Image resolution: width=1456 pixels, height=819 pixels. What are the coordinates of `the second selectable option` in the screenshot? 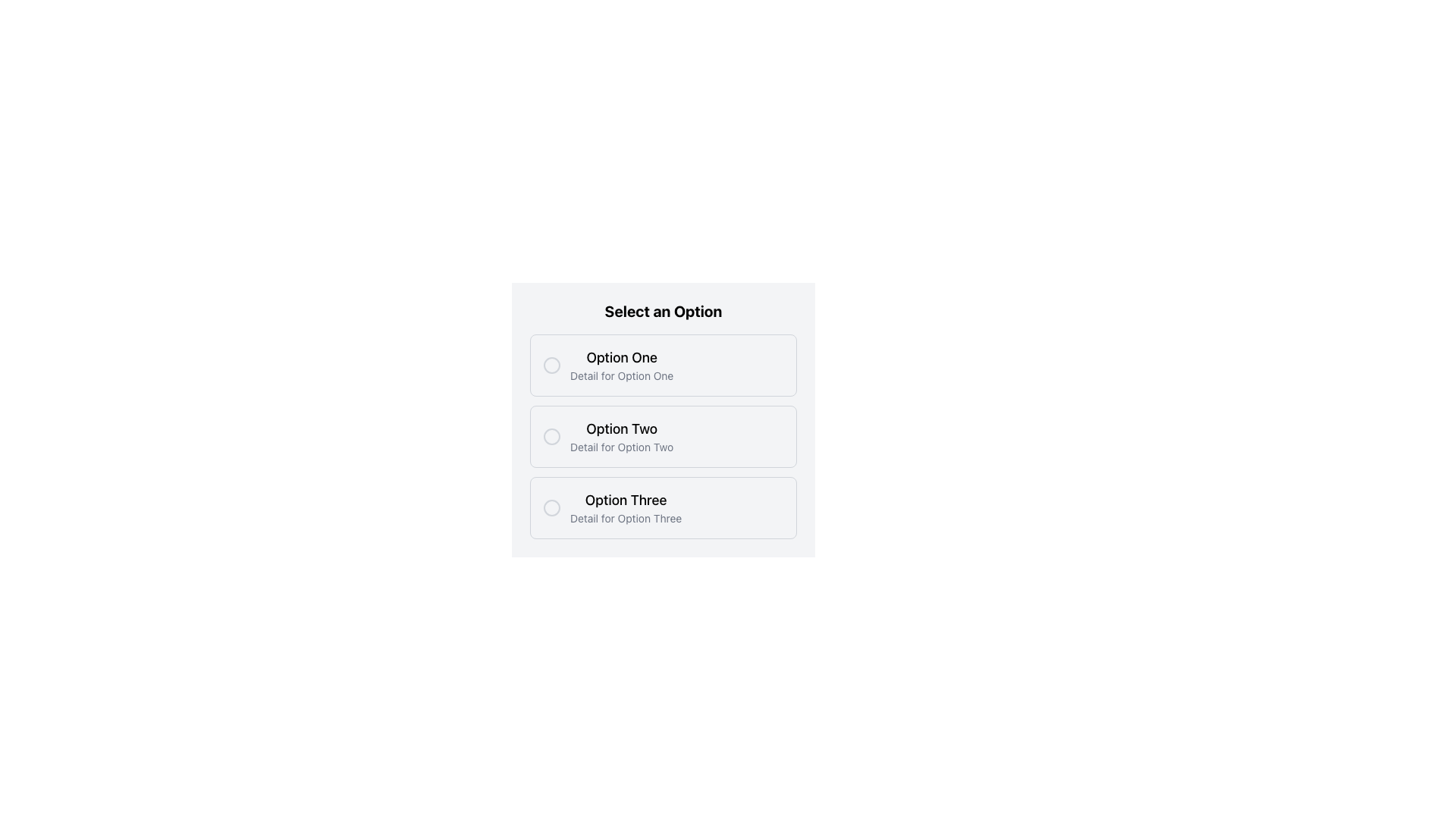 It's located at (622, 436).